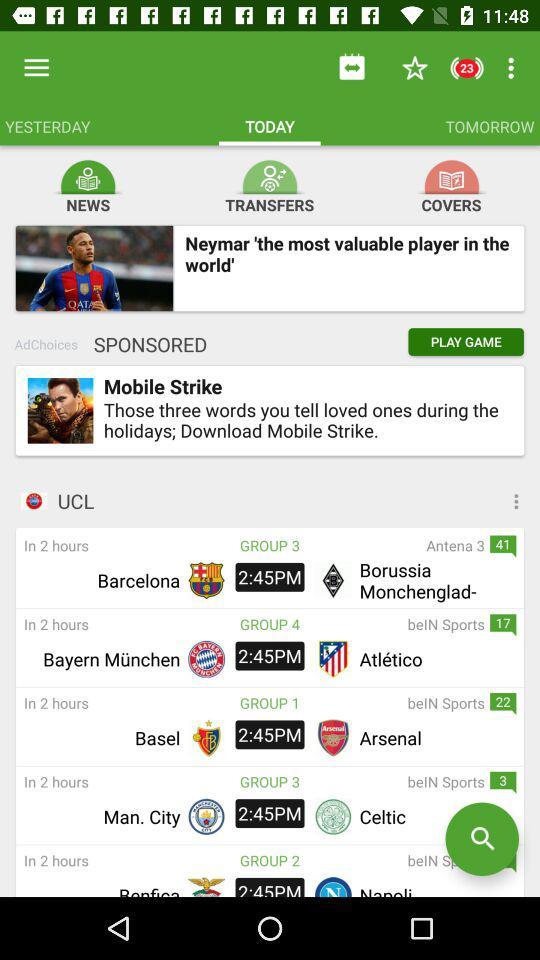 This screenshot has width=540, height=960. What do you see at coordinates (441, 500) in the screenshot?
I see `expand or hide results` at bounding box center [441, 500].